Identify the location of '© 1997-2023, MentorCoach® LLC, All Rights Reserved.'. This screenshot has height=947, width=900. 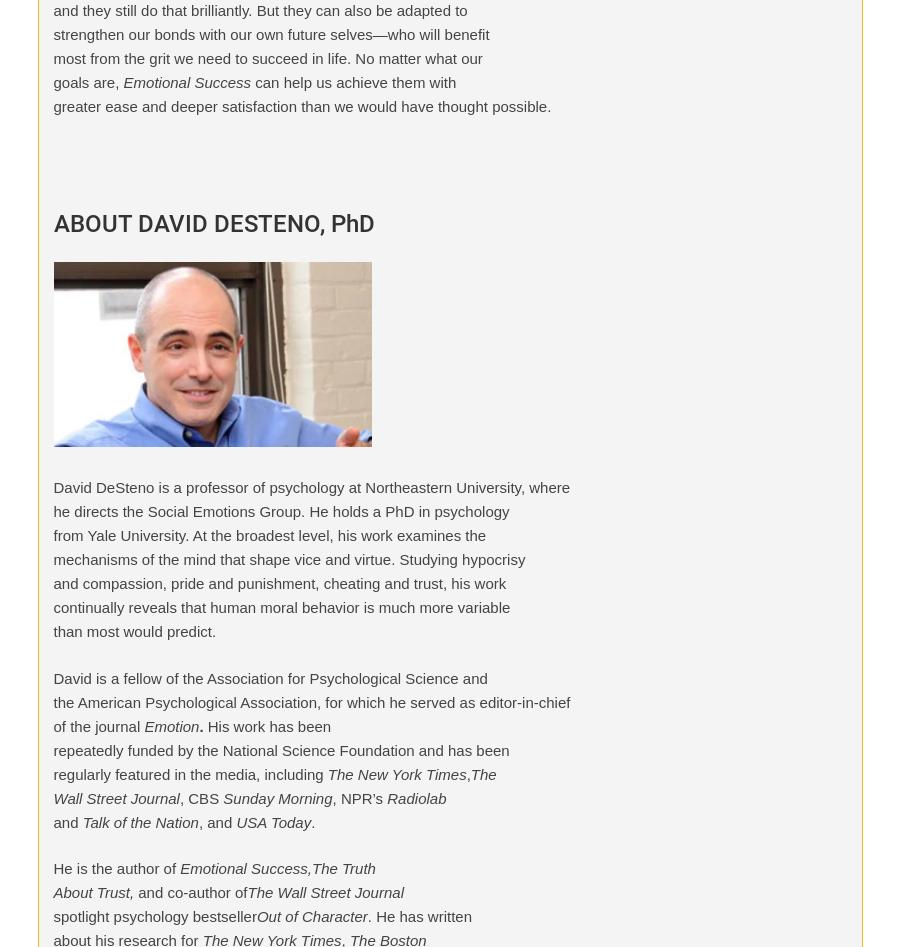
(153, 332).